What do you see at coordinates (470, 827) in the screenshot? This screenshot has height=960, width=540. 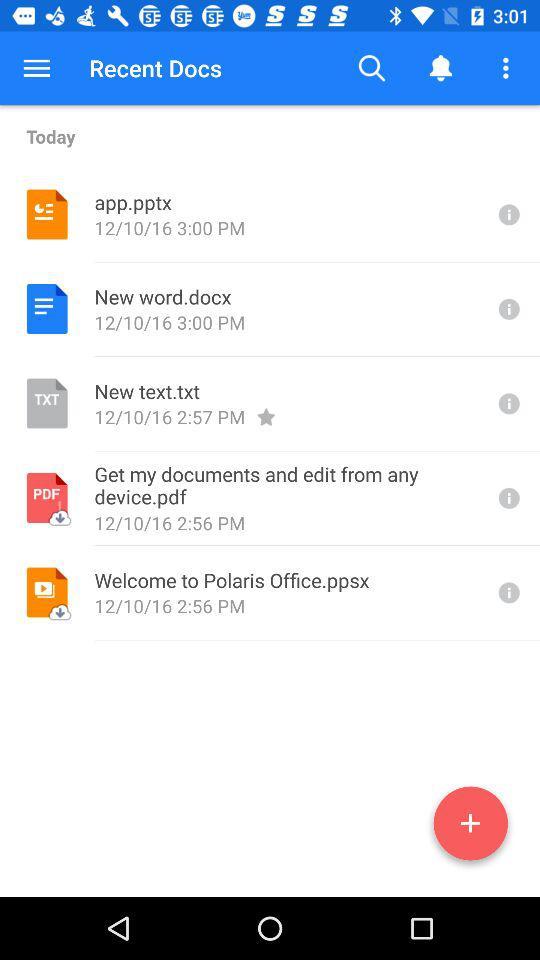 I see `the add icon` at bounding box center [470, 827].